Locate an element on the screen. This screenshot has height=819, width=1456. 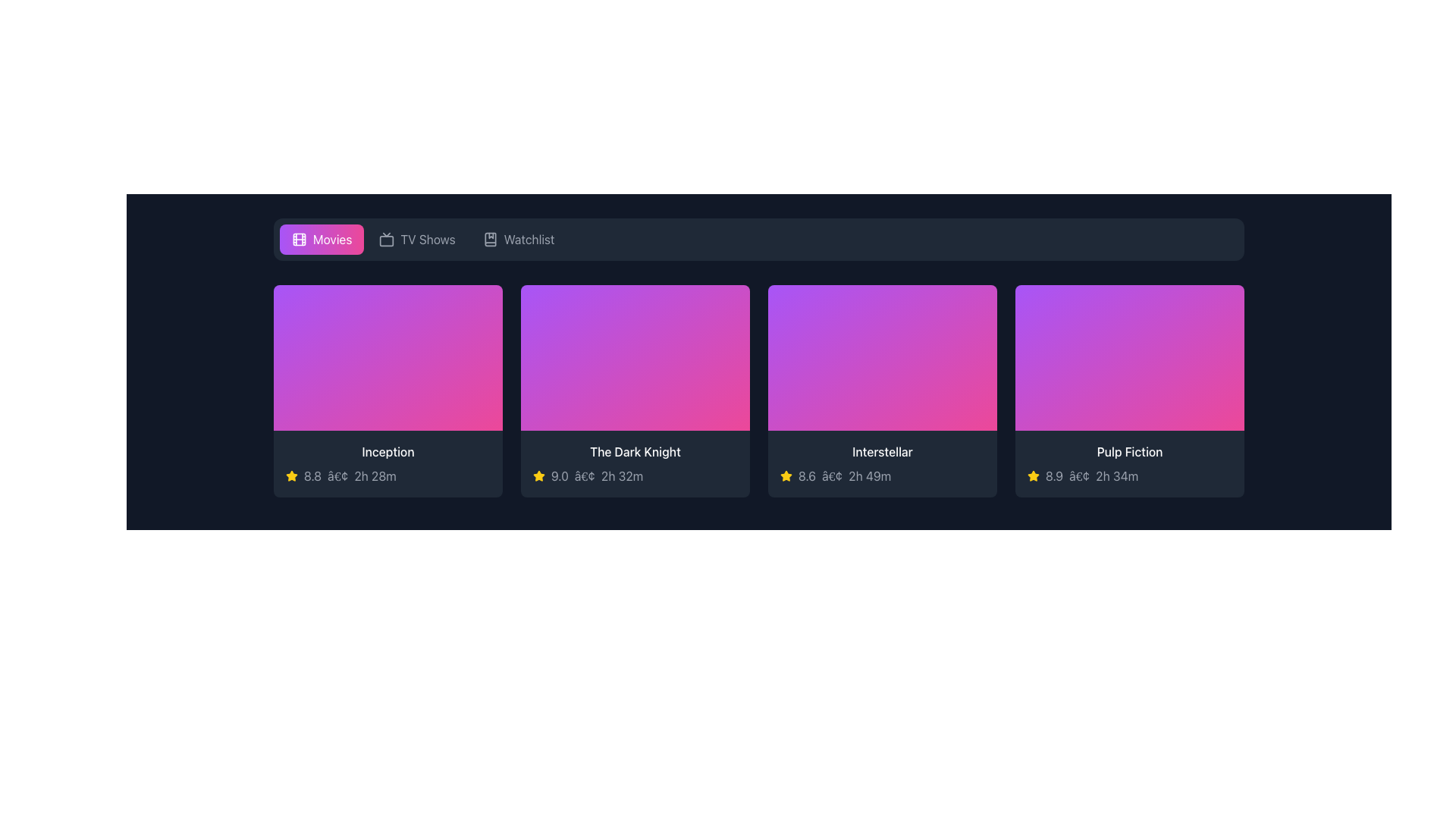
the movie card representing a movie in the listing interface, located in the third position between 'The Dark Knight' and 'Pulp Fiction' is located at coordinates (882, 391).